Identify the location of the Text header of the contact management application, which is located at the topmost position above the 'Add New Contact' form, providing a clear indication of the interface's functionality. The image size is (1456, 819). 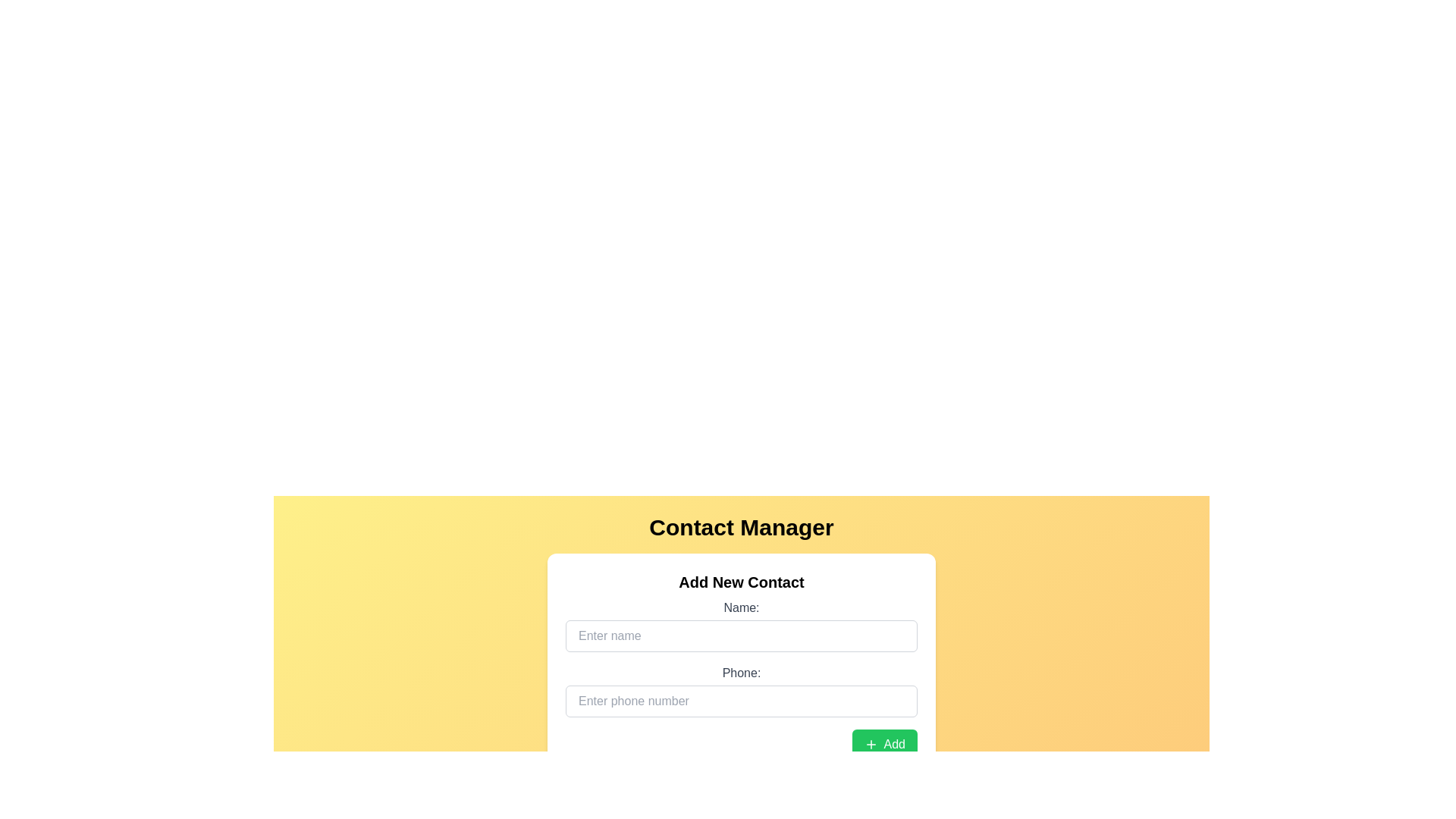
(742, 526).